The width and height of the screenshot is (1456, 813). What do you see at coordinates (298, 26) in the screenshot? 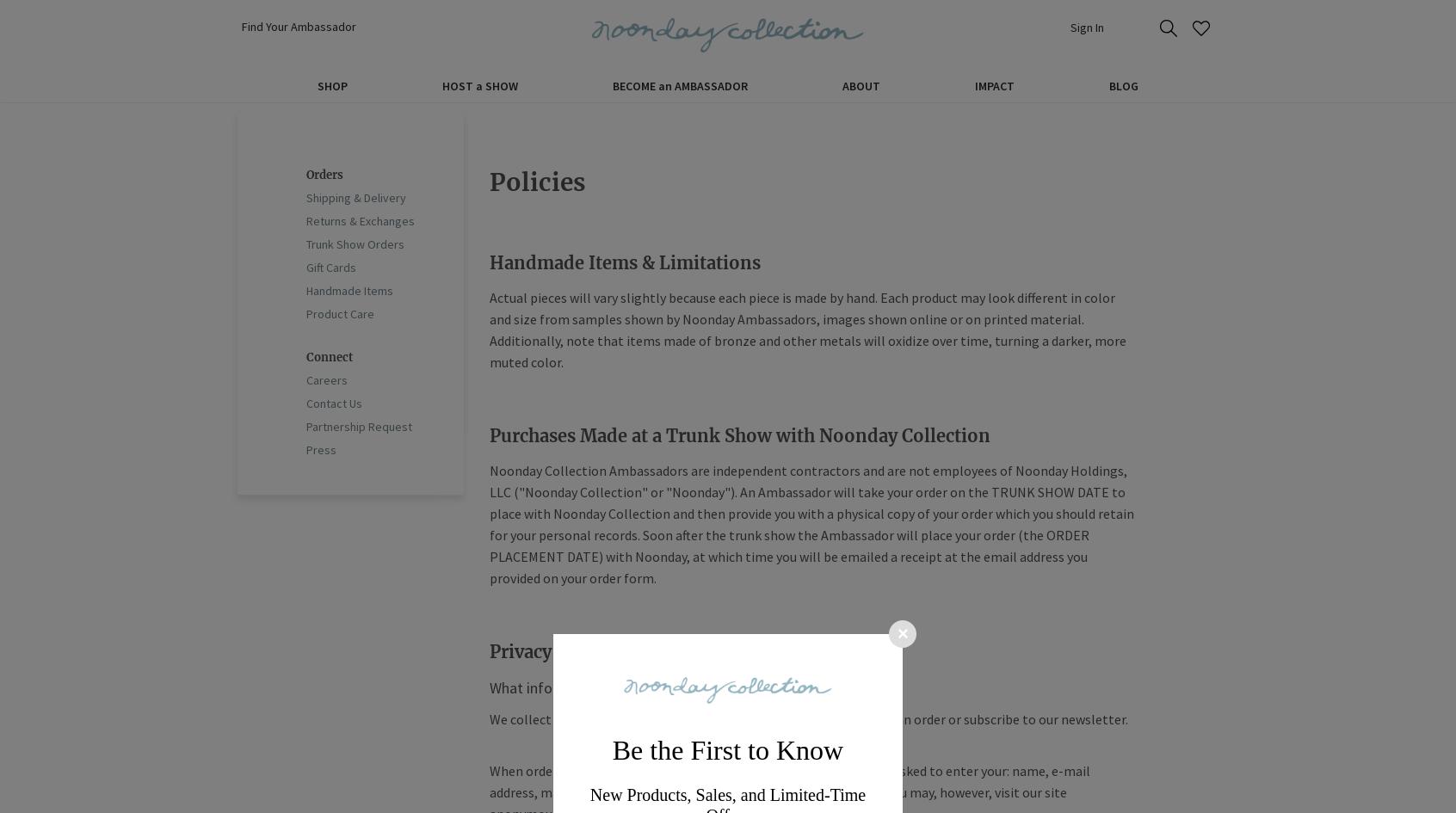
I see `'Find Your Ambassador'` at bounding box center [298, 26].